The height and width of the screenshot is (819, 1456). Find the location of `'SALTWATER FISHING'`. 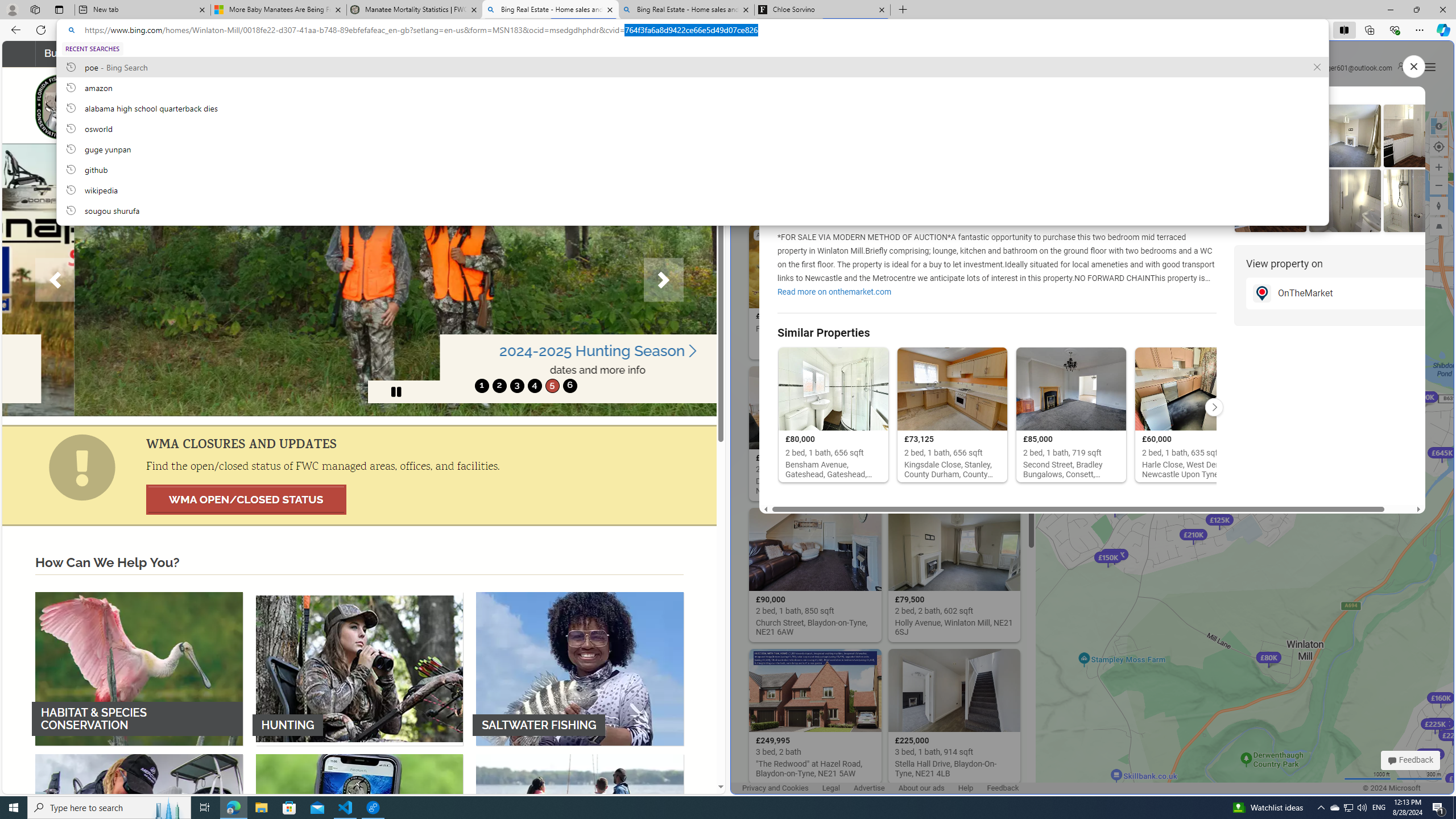

'SALTWATER FISHING' is located at coordinates (580, 668).